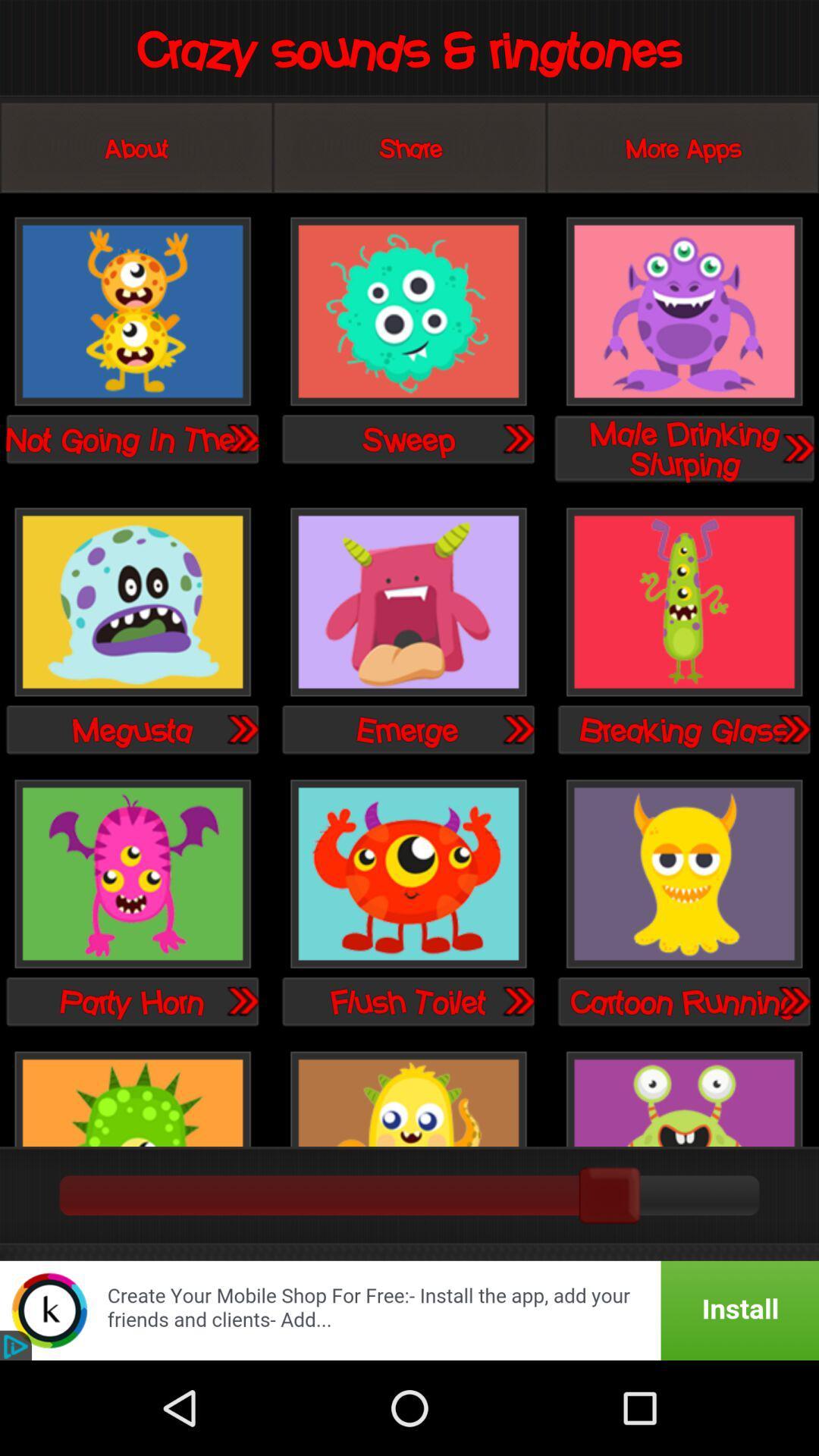 This screenshot has width=819, height=1456. Describe the element at coordinates (132, 875) in the screenshot. I see `click on the party on option` at that location.